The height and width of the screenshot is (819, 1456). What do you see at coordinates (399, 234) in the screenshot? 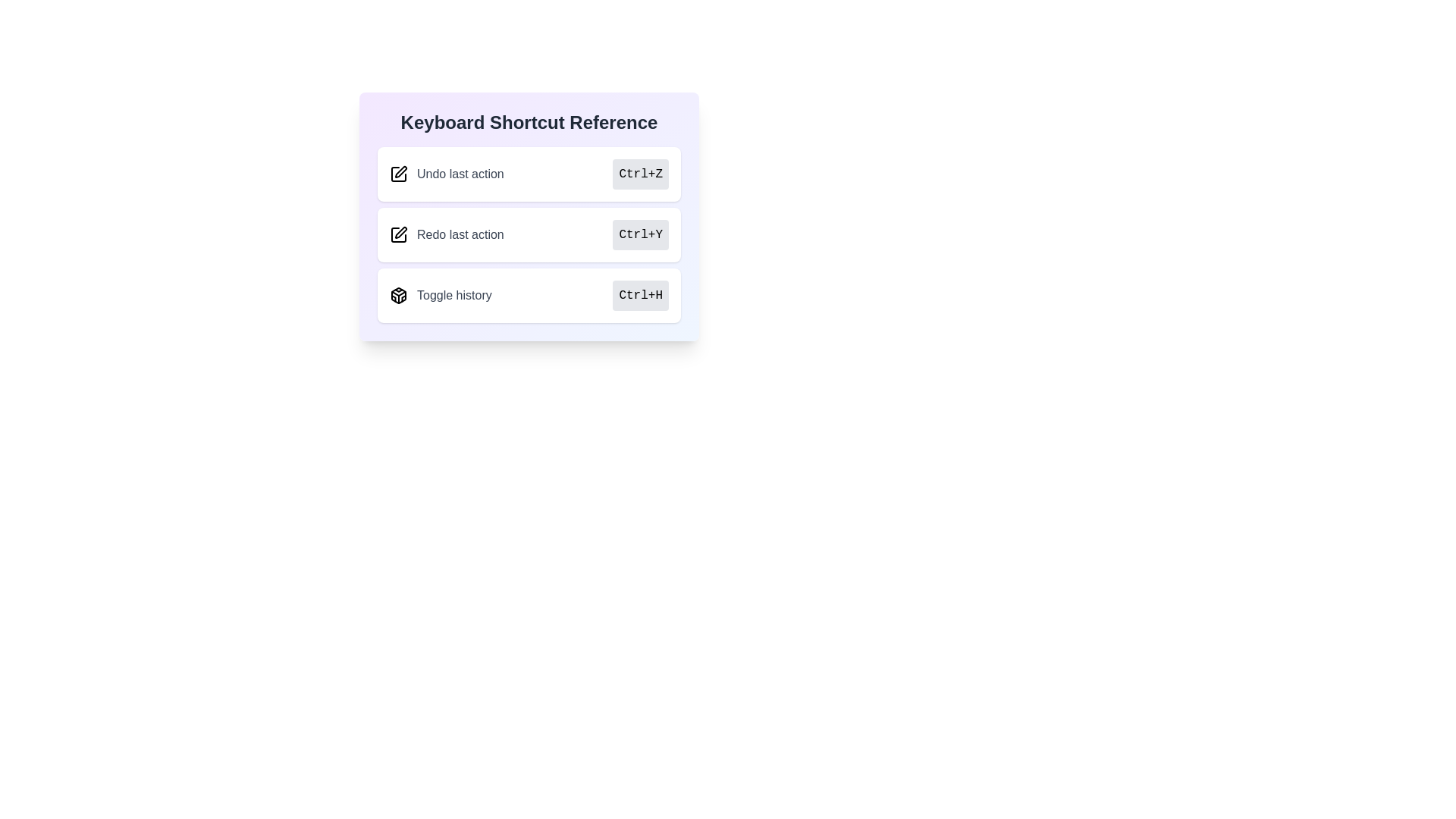
I see `the stylized pen icon located to the left of the 'Redo last action' text, which is the leftmost component in its section` at bounding box center [399, 234].